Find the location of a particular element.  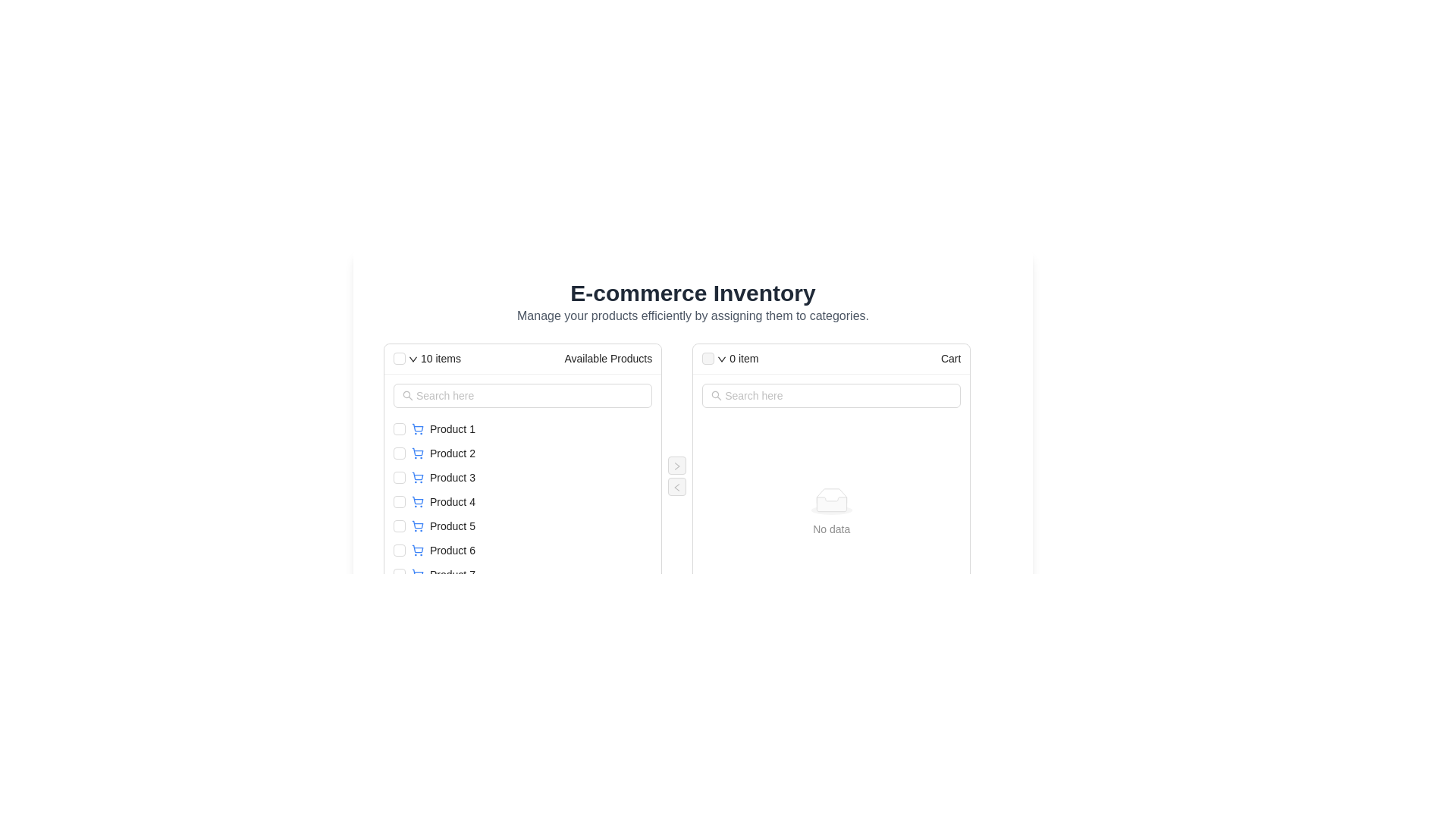

the small left arrow button located in a right-aligned vertical section between two panels is located at coordinates (676, 486).